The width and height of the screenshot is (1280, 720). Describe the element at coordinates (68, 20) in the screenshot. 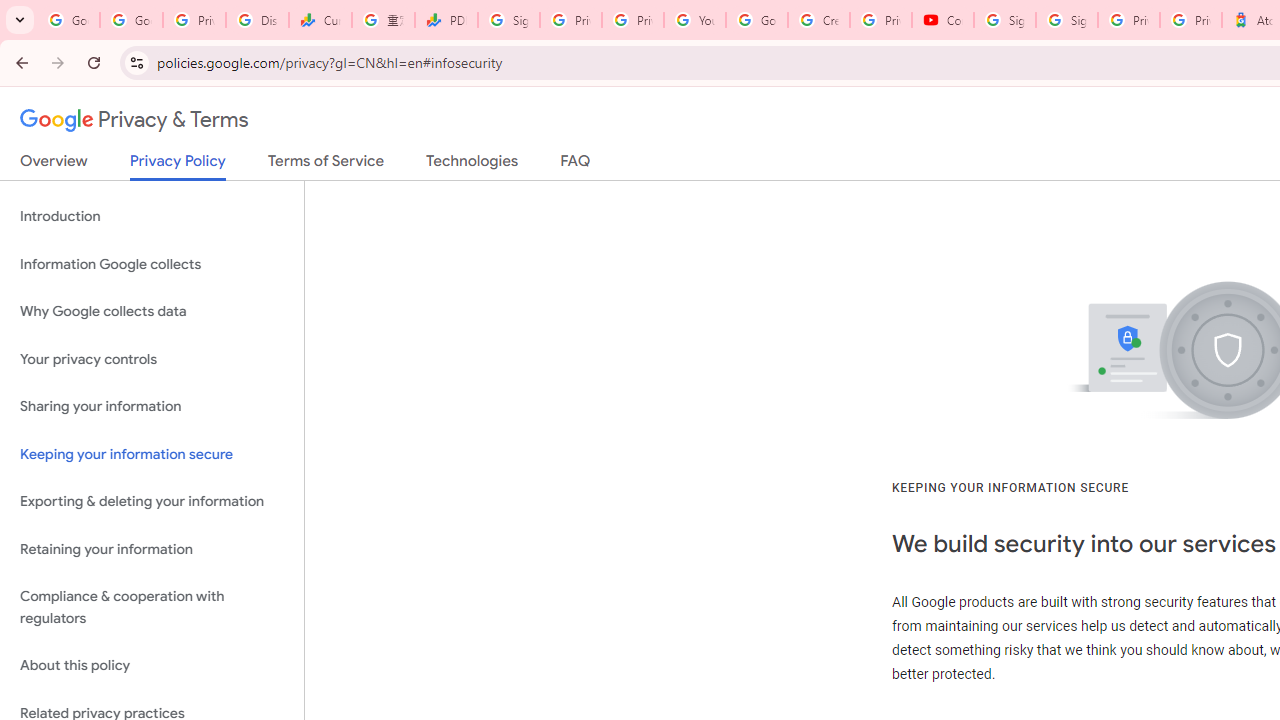

I see `'Google Workspace Admin Community'` at that location.